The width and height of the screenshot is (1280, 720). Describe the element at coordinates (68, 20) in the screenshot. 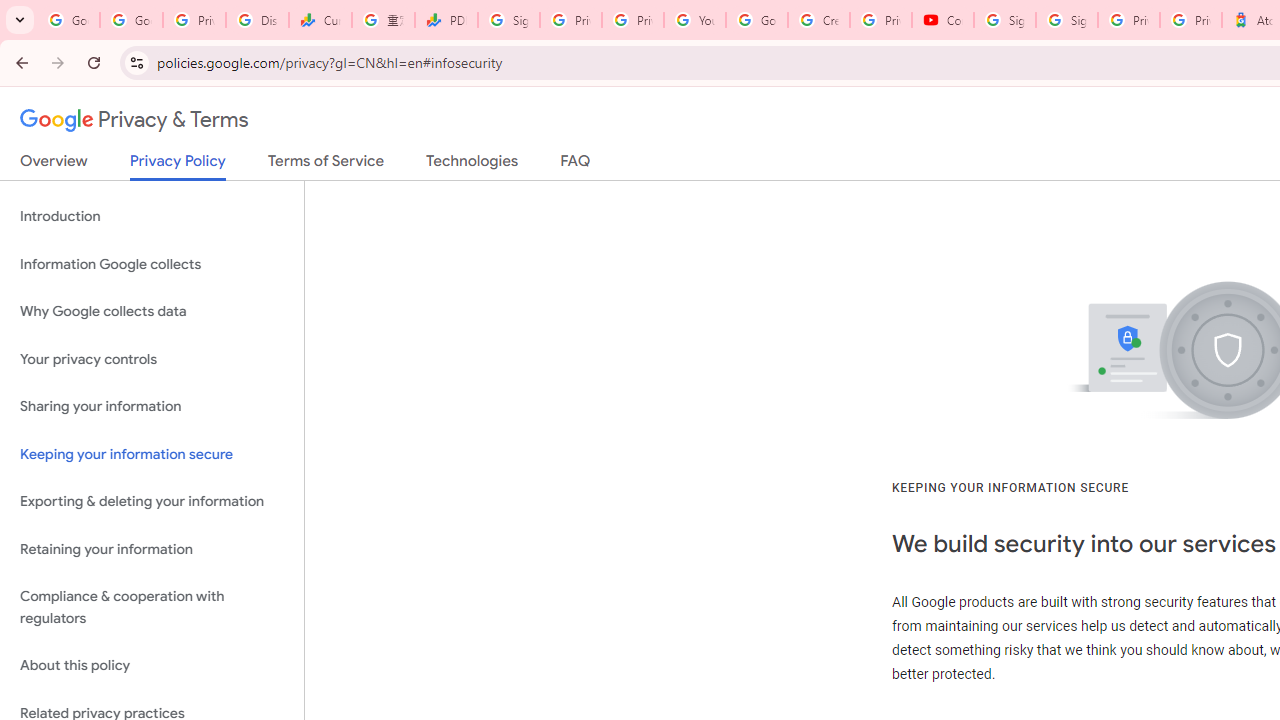

I see `'Google Workspace Admin Community'` at that location.